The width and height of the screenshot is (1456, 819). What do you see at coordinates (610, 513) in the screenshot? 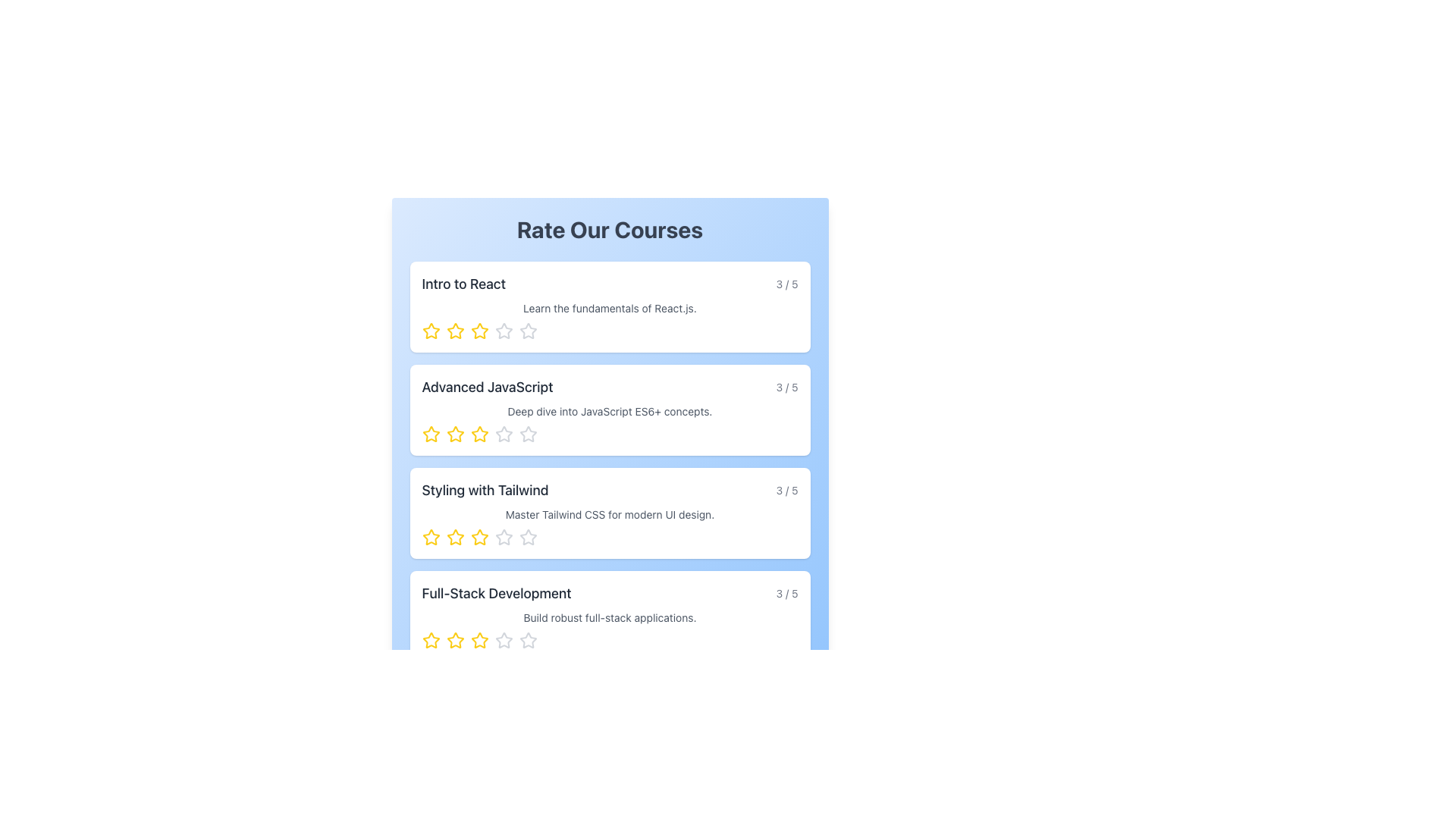
I see `text label that provides a brief description about the course 'Styling with Tailwind', positioned in the second row of the course card` at bounding box center [610, 513].